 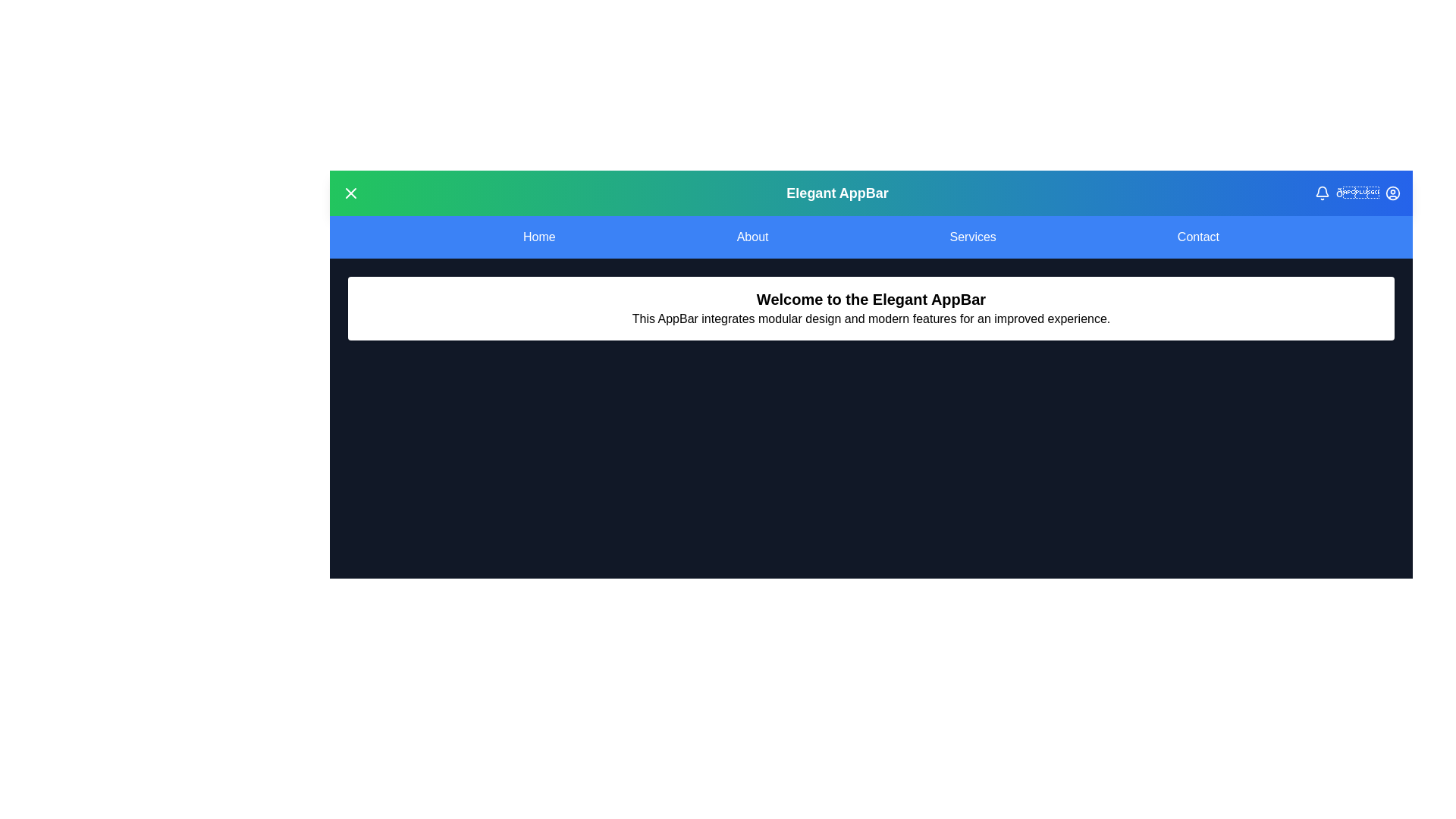 What do you see at coordinates (1321, 192) in the screenshot?
I see `the notification icon in the app bar` at bounding box center [1321, 192].